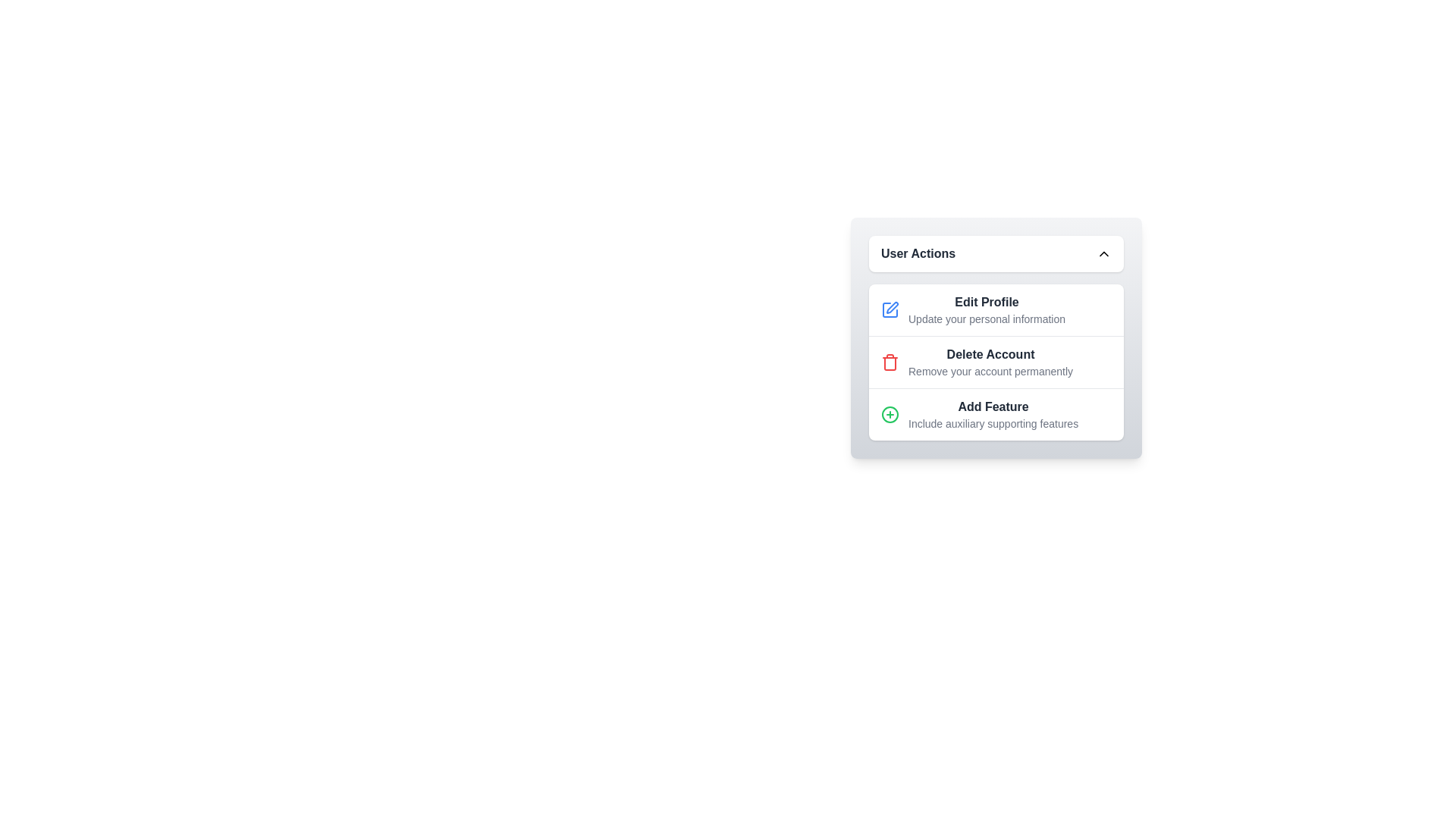  What do you see at coordinates (890, 415) in the screenshot?
I see `the circular icon with a green border and green-plus symbol, located in the 'Add Feature' row under 'User Actions'` at bounding box center [890, 415].